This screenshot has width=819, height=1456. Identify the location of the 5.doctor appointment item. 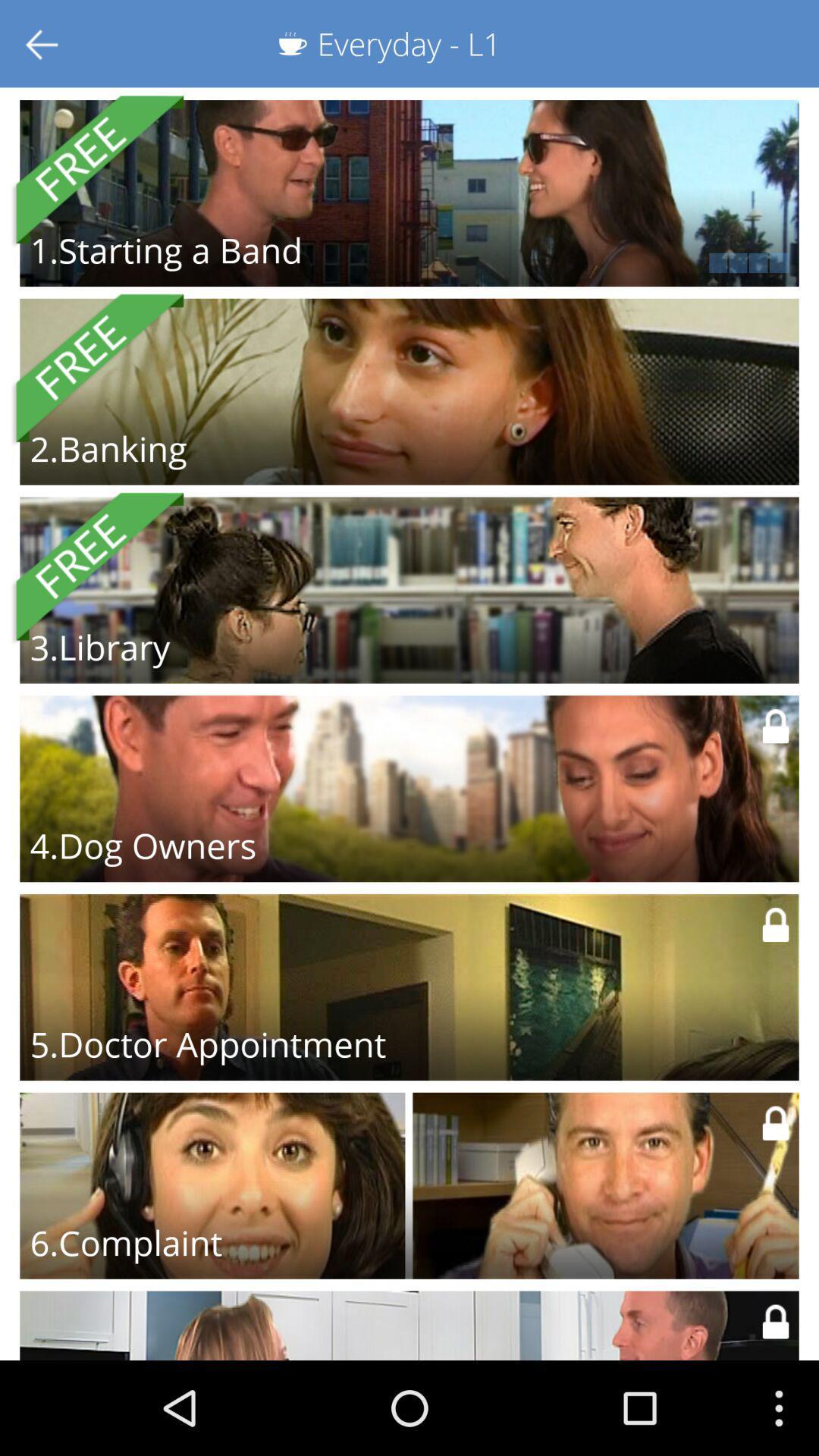
(208, 1043).